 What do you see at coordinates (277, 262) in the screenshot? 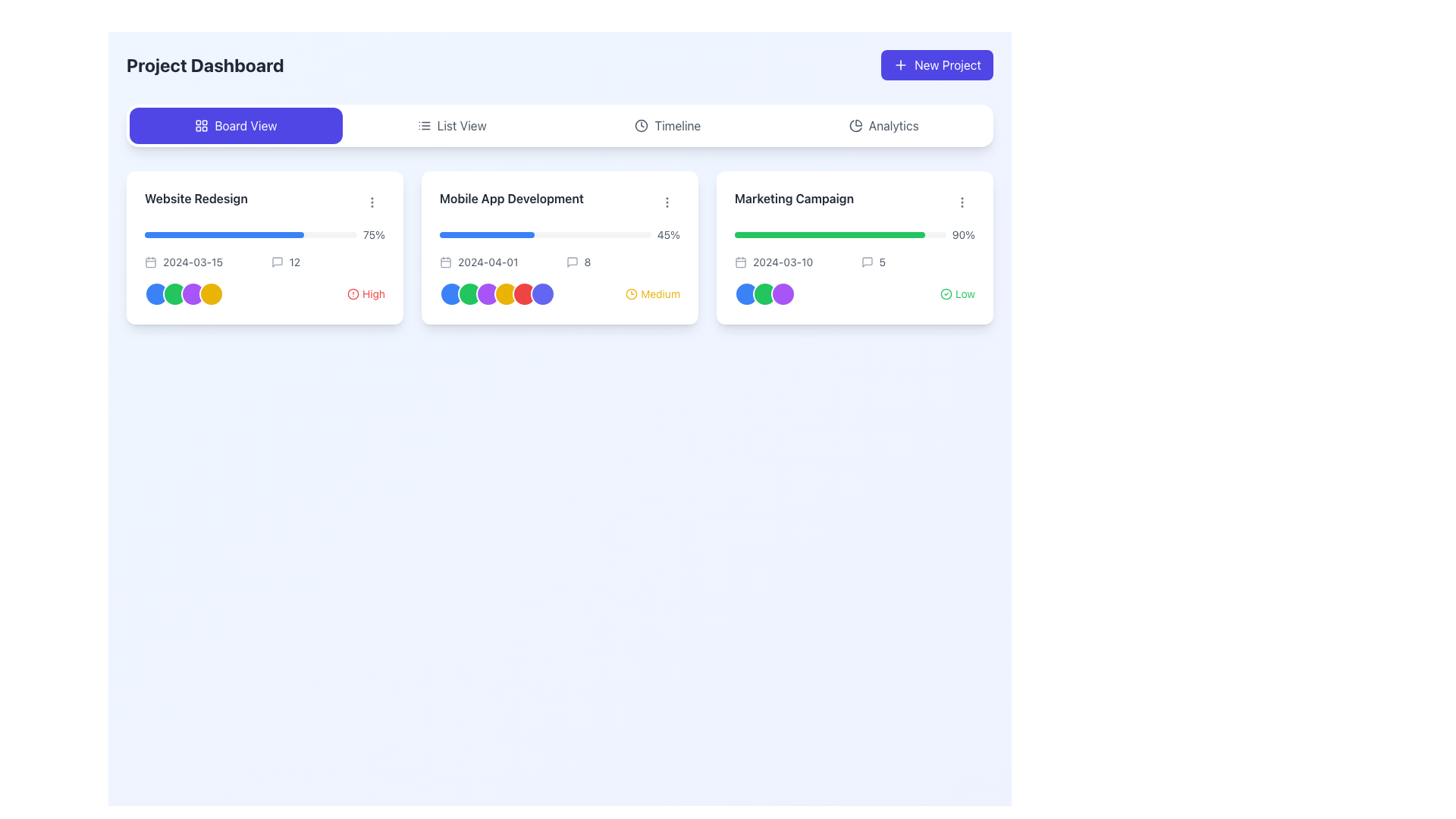
I see `the inactive text bubble icon with a gray outline, which is located to the left of the number '12' in a card layout under the 'Website Redesign' heading` at bounding box center [277, 262].